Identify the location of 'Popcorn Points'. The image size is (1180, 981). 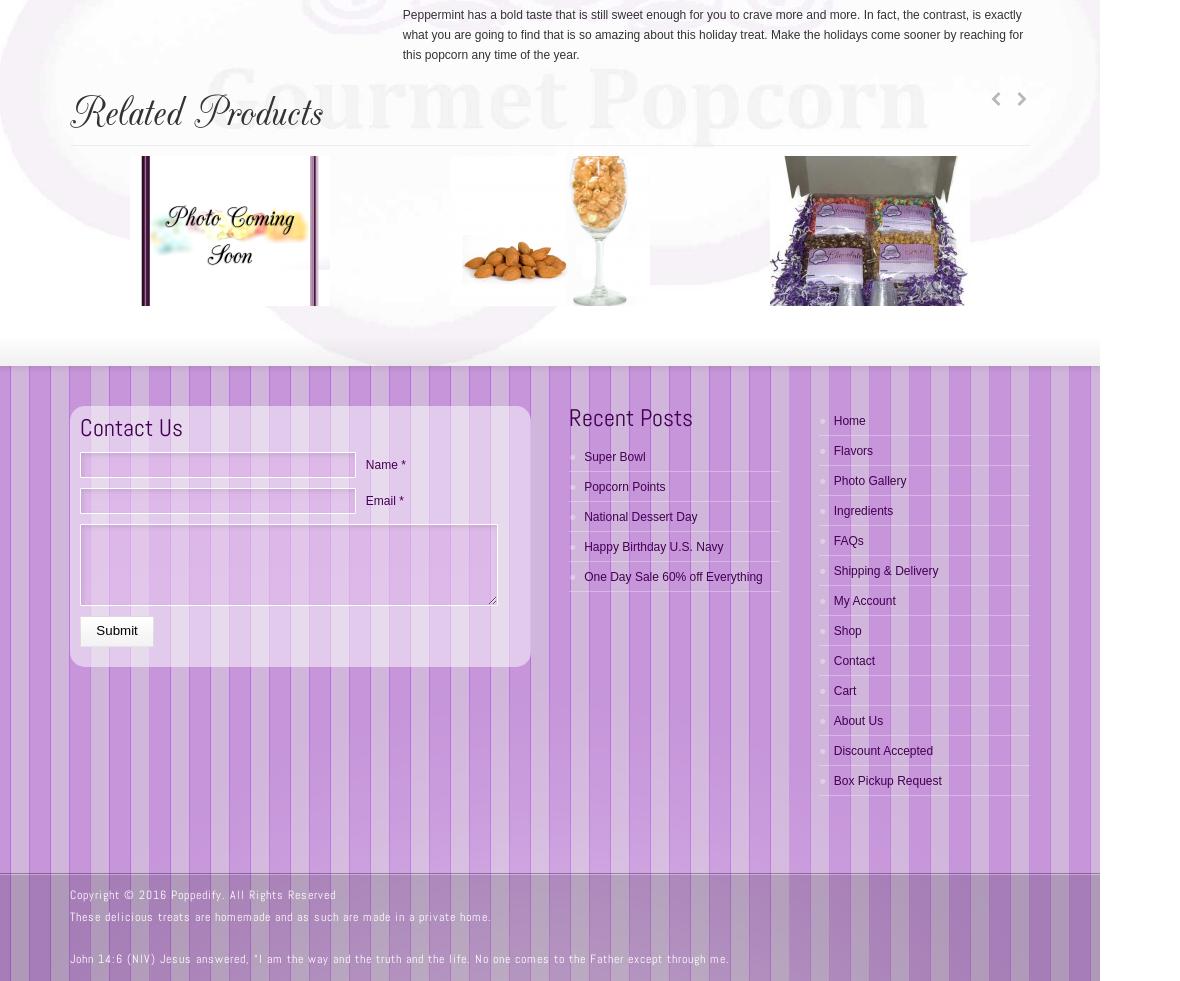
(583, 485).